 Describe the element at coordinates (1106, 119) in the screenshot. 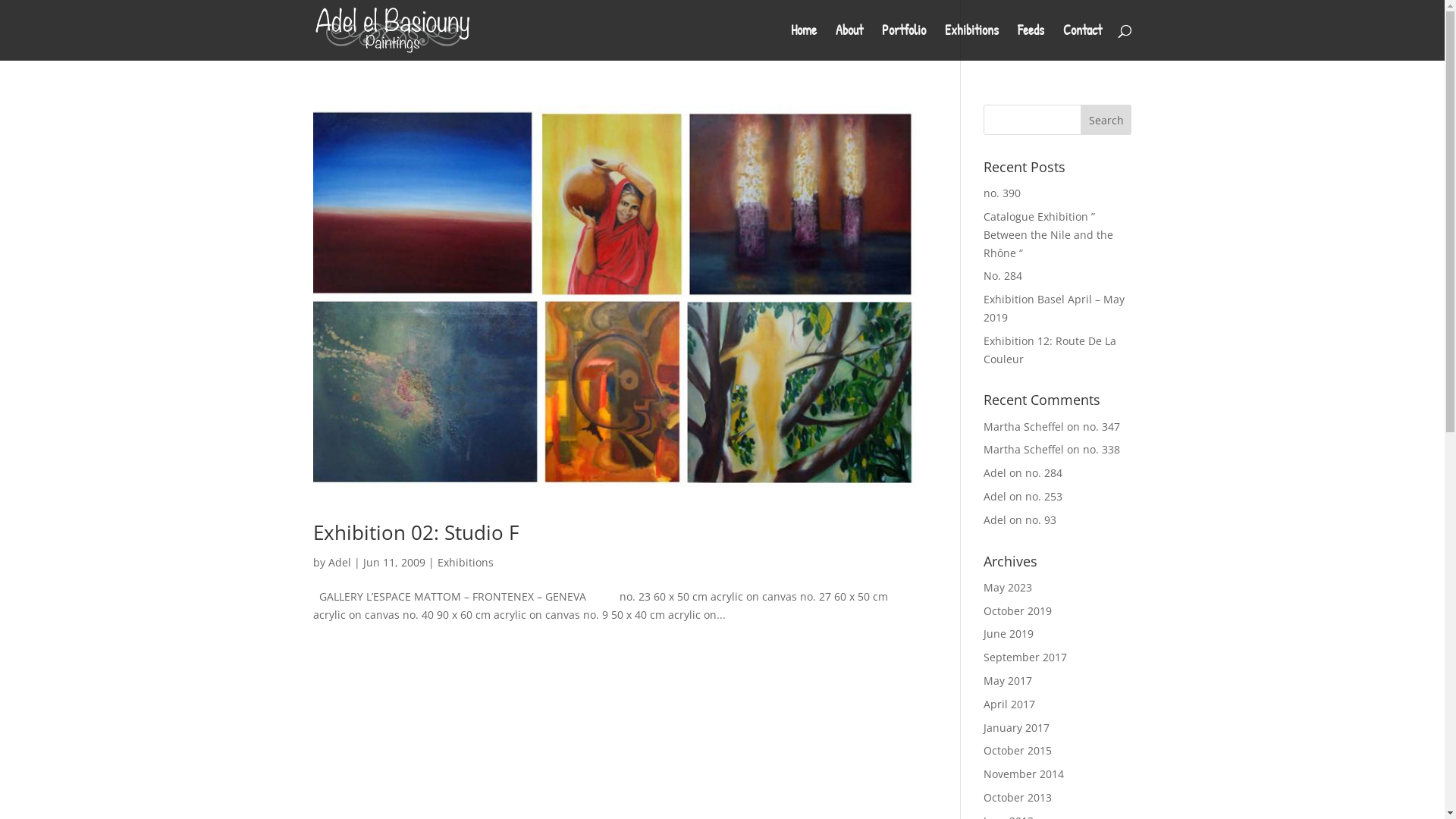

I see `'Search'` at that location.